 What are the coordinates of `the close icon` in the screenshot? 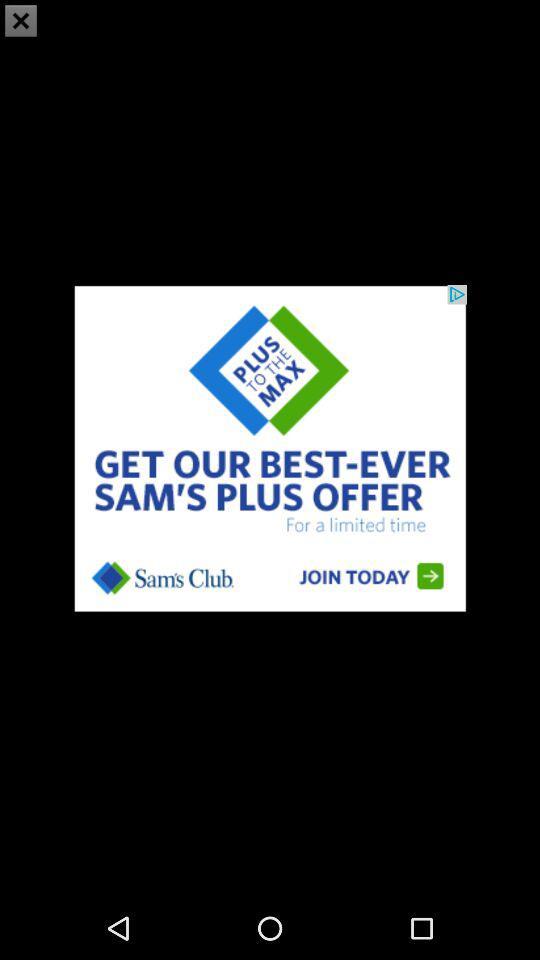 It's located at (20, 21).